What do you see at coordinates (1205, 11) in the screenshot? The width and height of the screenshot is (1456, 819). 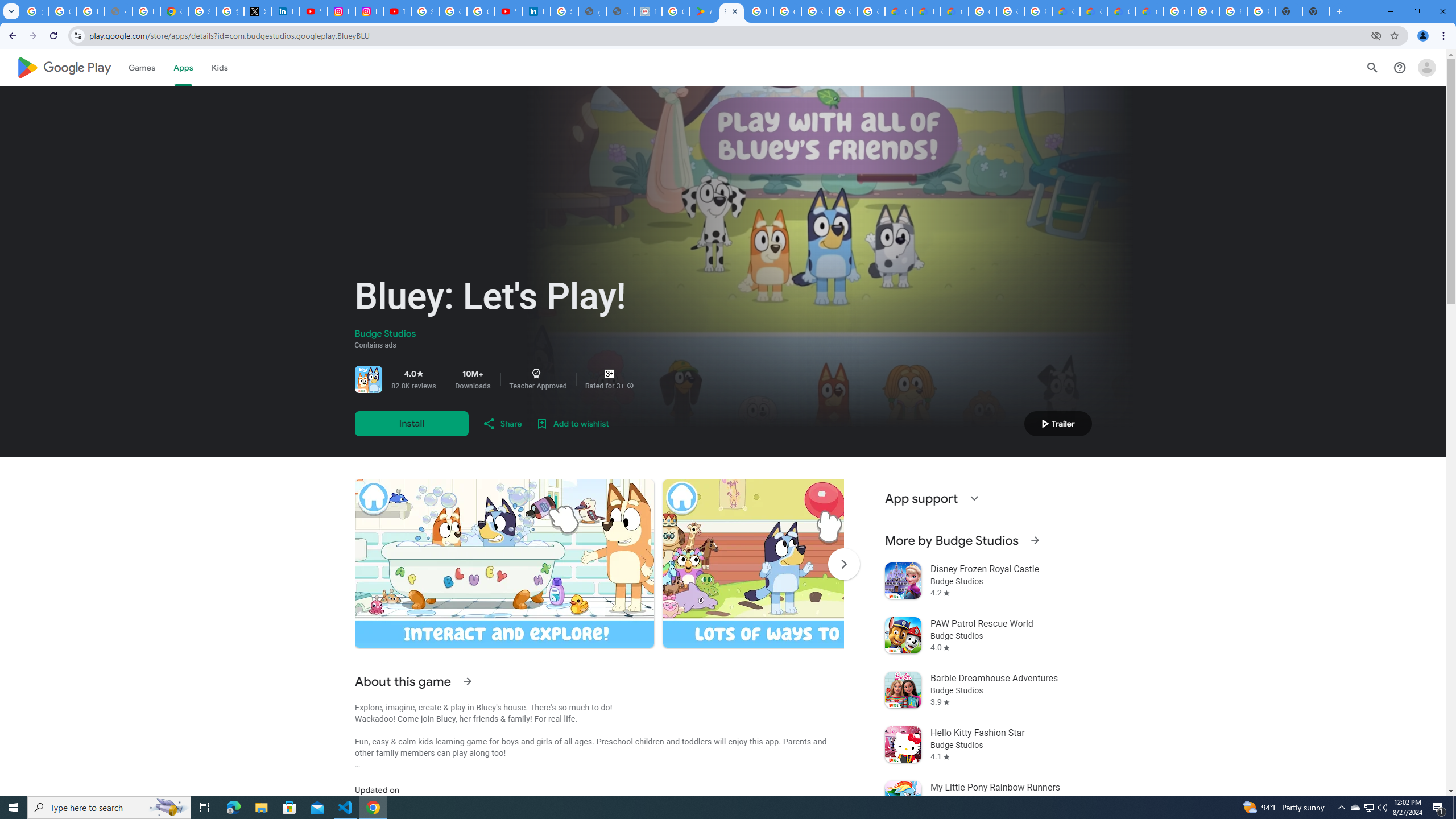 I see `'Google Cloud Platform'` at bounding box center [1205, 11].